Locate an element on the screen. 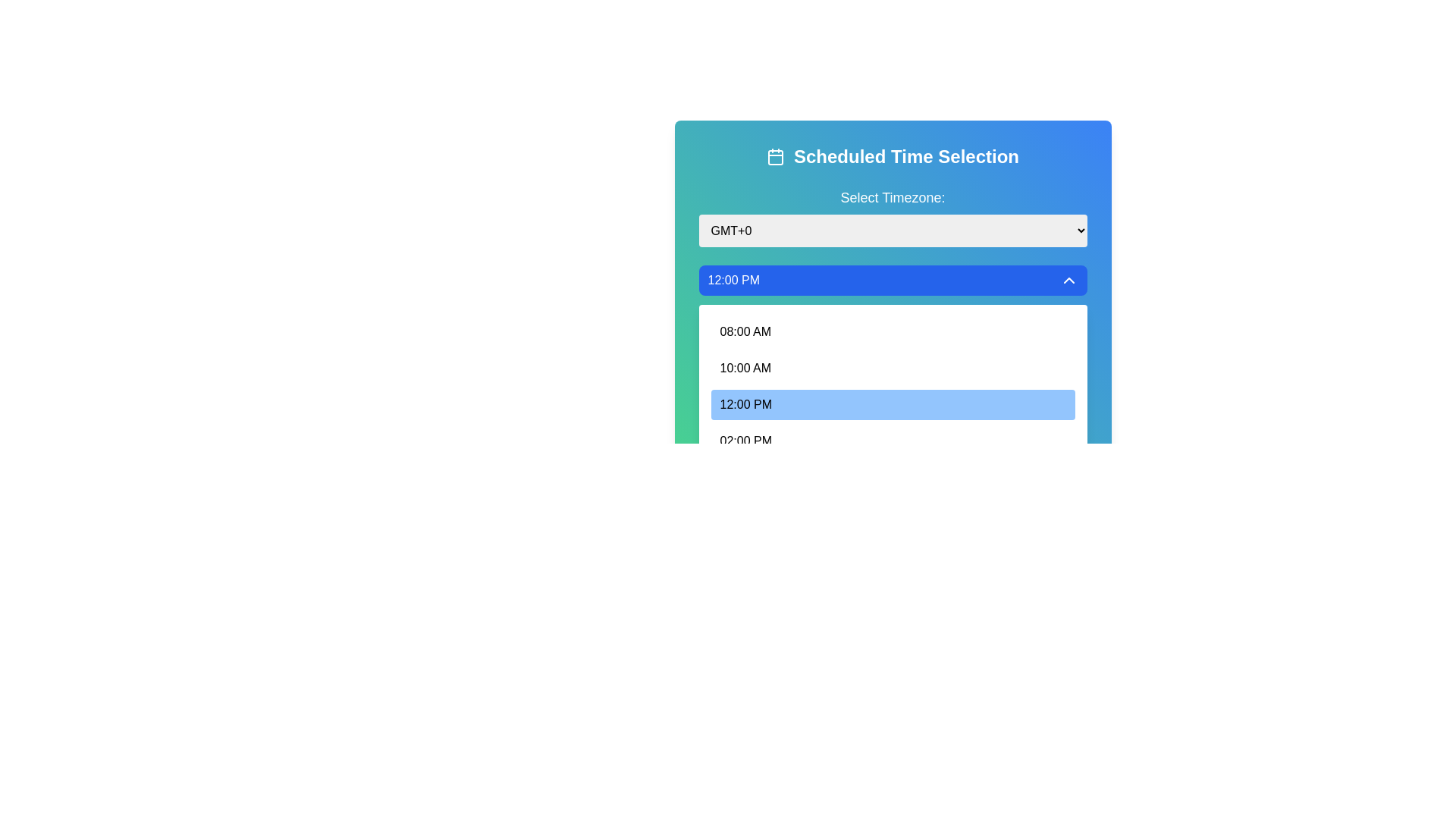  the decorative calendar icon located at the top left part of the interface, adjacent to the text 'Scheduled Time Selection' is located at coordinates (775, 157).